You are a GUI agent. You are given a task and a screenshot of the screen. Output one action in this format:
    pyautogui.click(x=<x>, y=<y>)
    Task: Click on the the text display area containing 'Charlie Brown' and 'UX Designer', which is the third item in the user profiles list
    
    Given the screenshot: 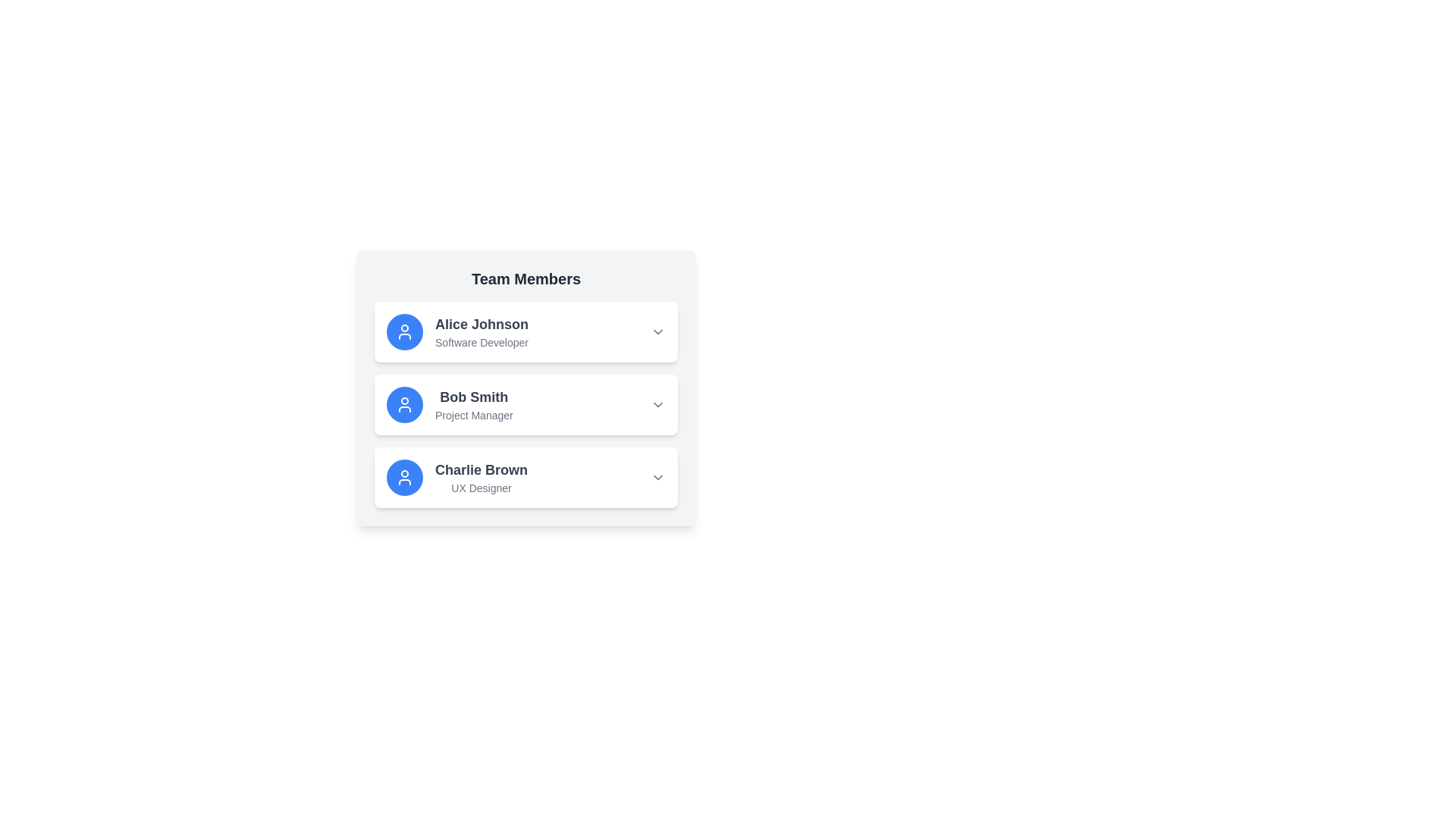 What is the action you would take?
    pyautogui.click(x=480, y=476)
    